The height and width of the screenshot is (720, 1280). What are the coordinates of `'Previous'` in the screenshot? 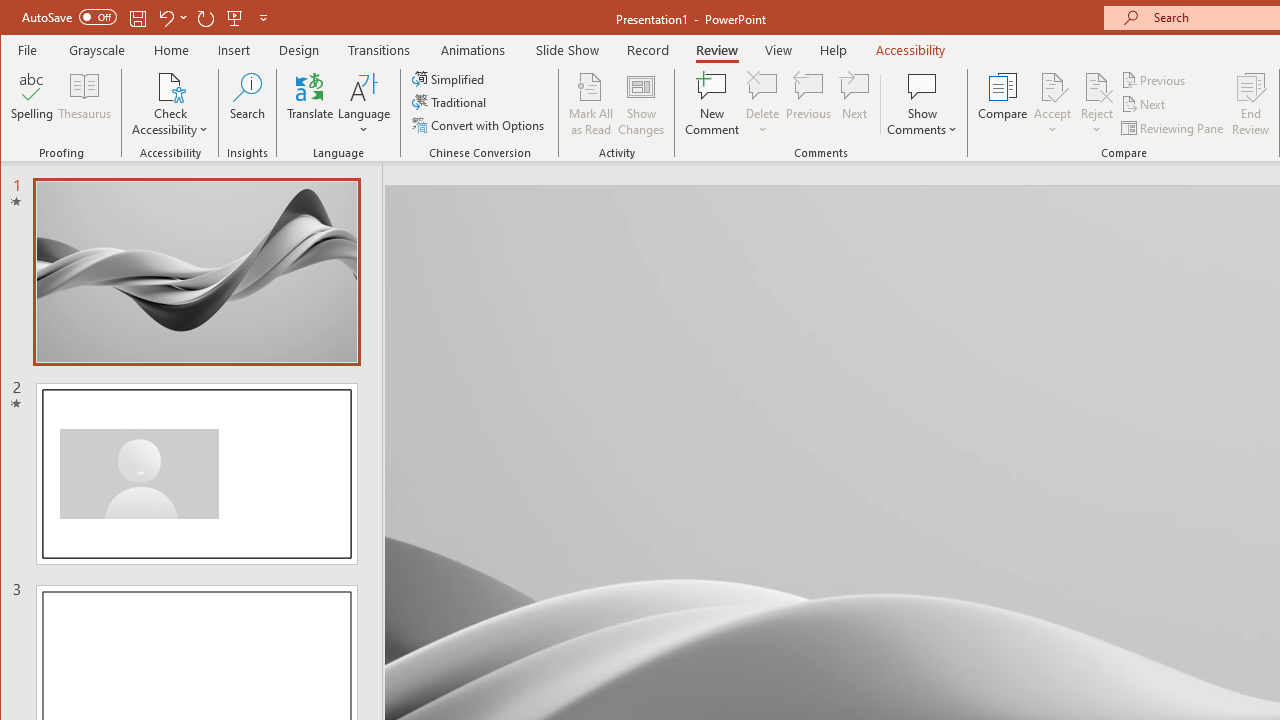 It's located at (1154, 79).